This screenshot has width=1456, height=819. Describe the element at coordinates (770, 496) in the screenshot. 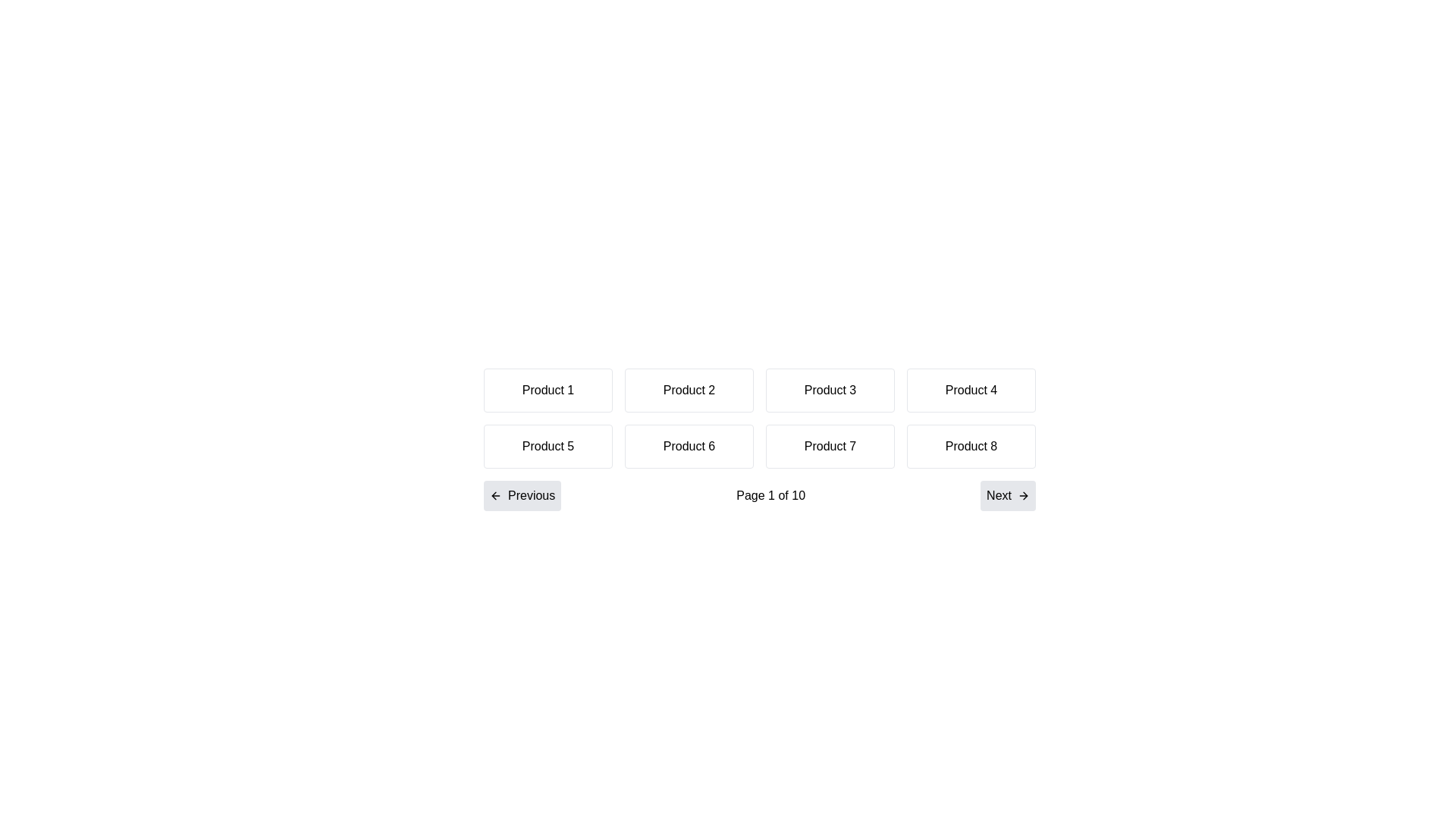

I see `the static text label displaying 'Page 1 of 10' located in the middle of the navigation bar between the 'Previous' and 'Next' buttons` at that location.